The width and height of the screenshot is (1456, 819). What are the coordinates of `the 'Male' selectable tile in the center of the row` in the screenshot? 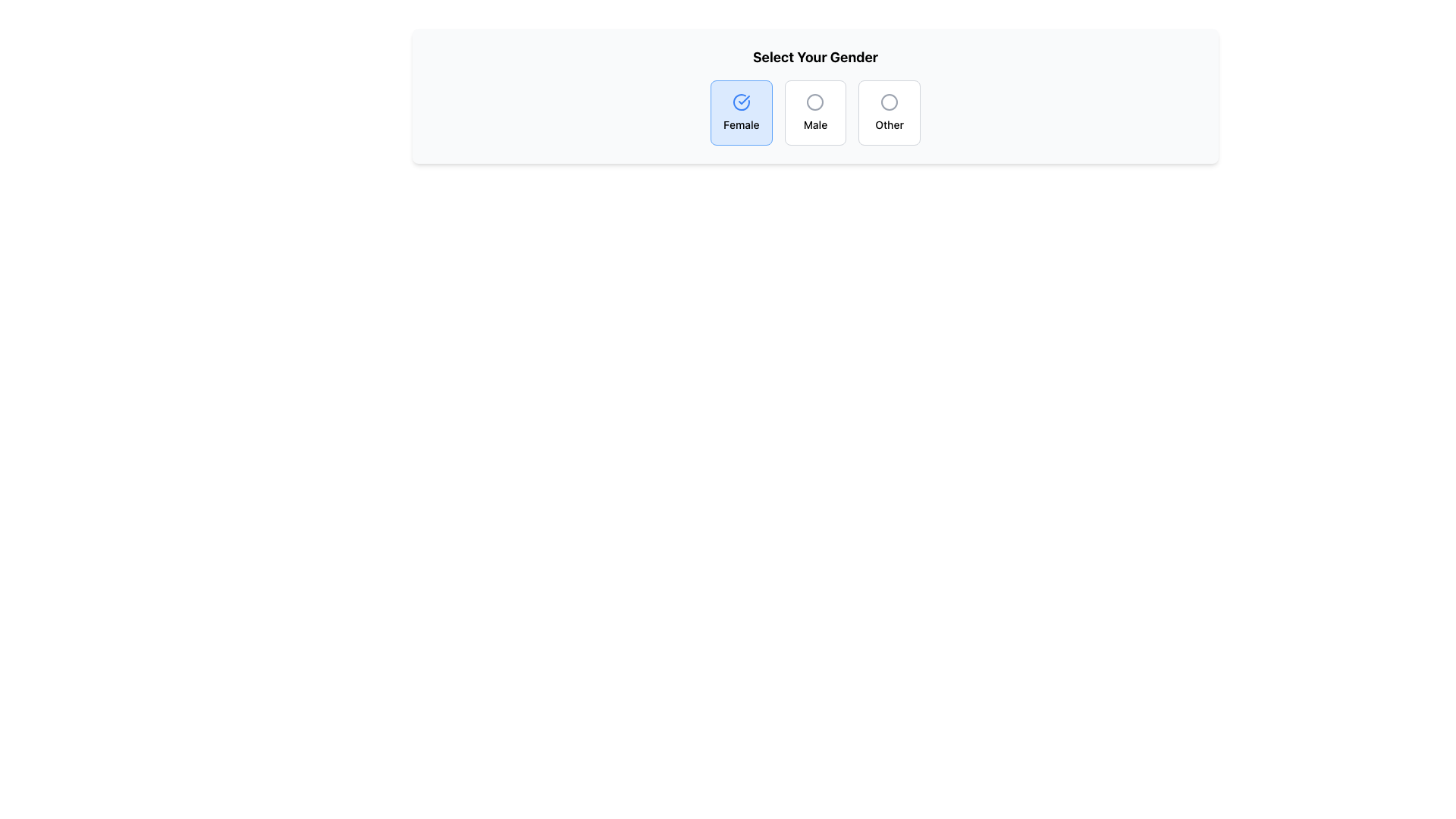 It's located at (814, 112).